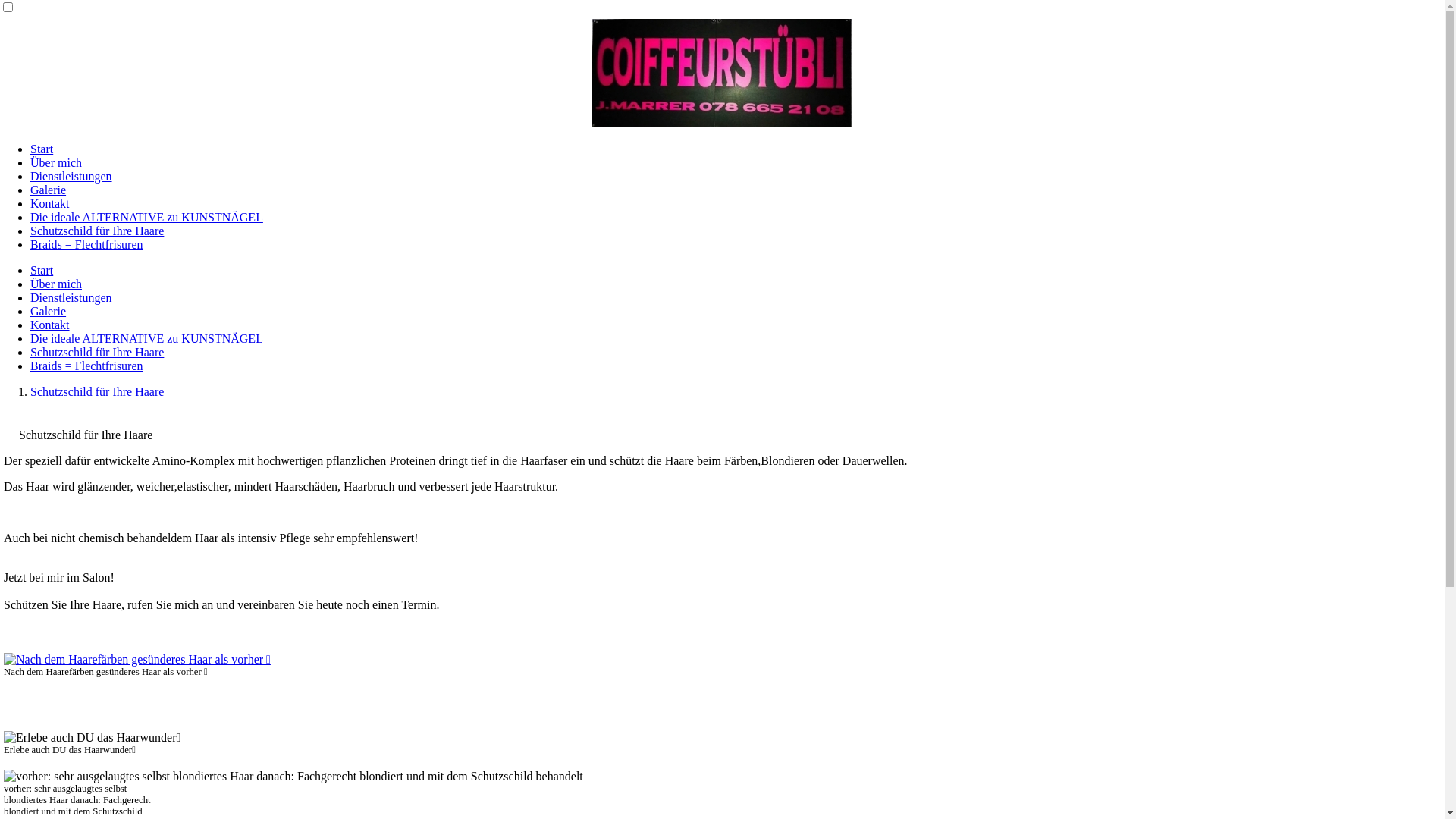 Image resolution: width=1456 pixels, height=819 pixels. Describe the element at coordinates (50, 202) in the screenshot. I see `'Kontakt'` at that location.